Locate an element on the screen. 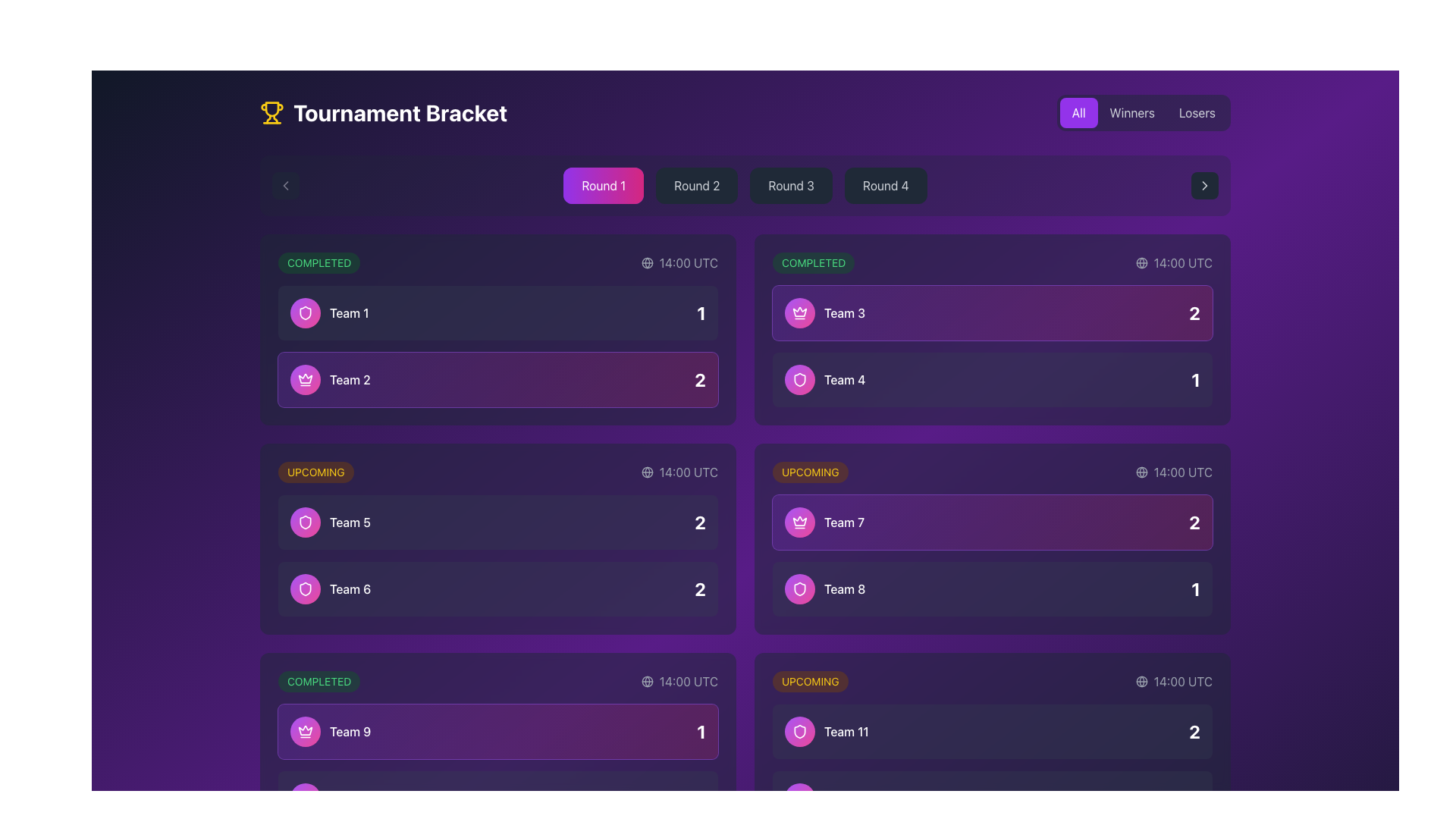 This screenshot has width=1456, height=819. the text label displaying 'Team 11' which is located in the 'Upcoming' section, to the right of a circular icon with a shield symbol is located at coordinates (846, 730).